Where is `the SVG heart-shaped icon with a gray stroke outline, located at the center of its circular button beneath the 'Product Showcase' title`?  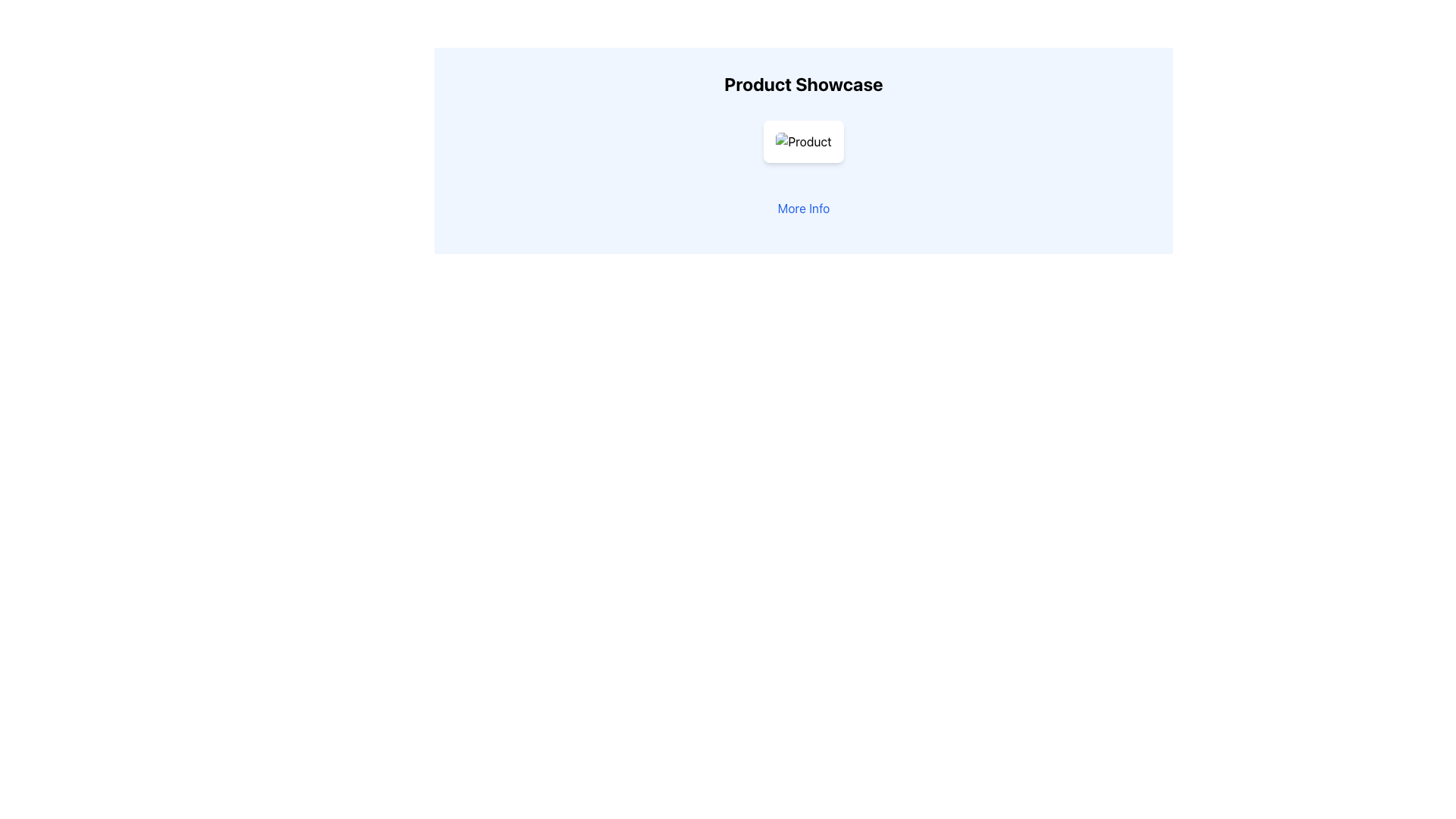
the SVG heart-shaped icon with a gray stroke outline, located at the center of its circular button beneath the 'Product Showcase' title is located at coordinates (789, 137).